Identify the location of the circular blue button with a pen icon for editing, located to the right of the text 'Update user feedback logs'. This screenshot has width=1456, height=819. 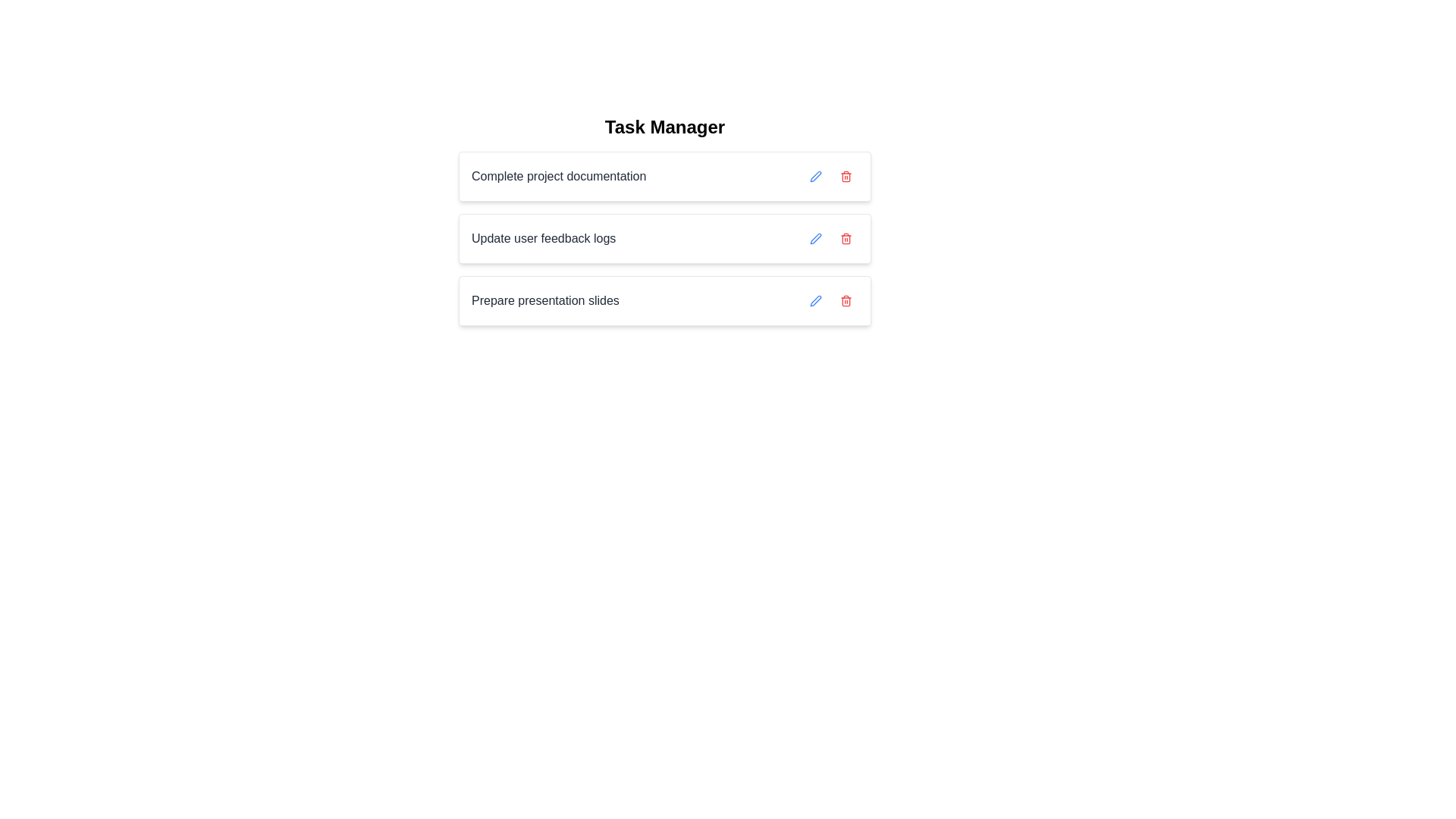
(814, 239).